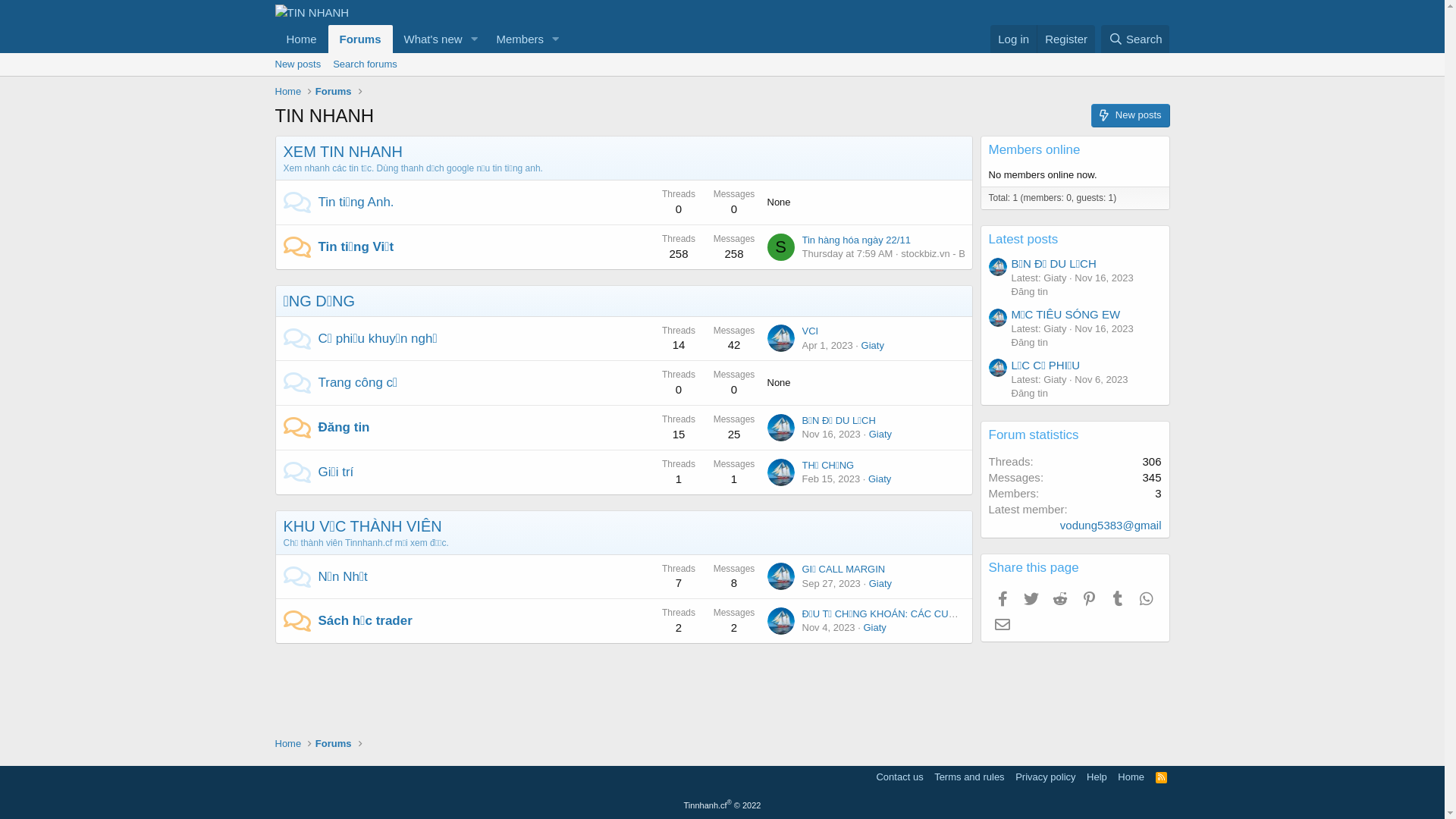  Describe the element at coordinates (1031, 598) in the screenshot. I see `'Twitter'` at that location.